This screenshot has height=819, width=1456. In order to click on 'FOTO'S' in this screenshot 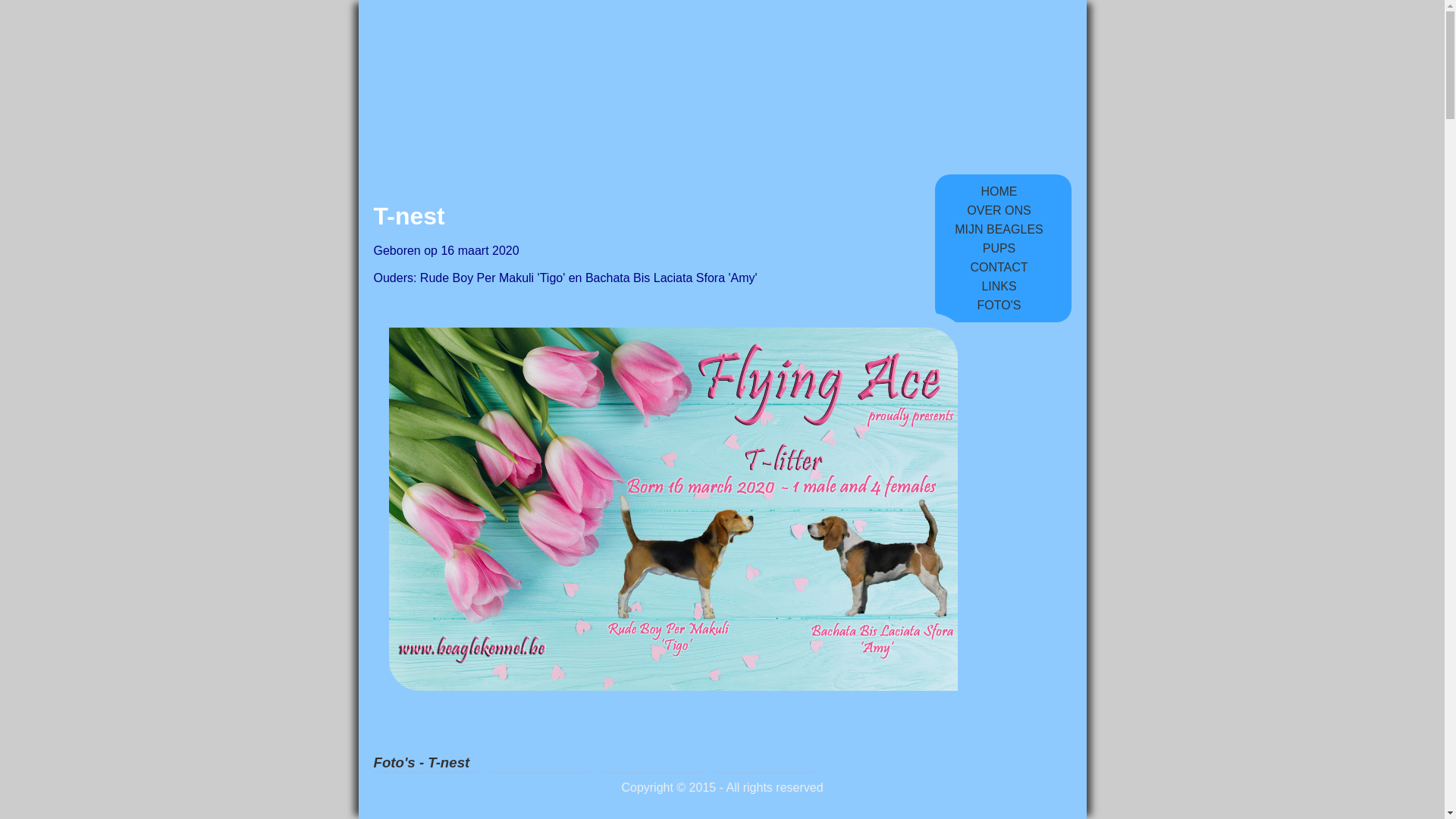, I will do `click(941, 305)`.